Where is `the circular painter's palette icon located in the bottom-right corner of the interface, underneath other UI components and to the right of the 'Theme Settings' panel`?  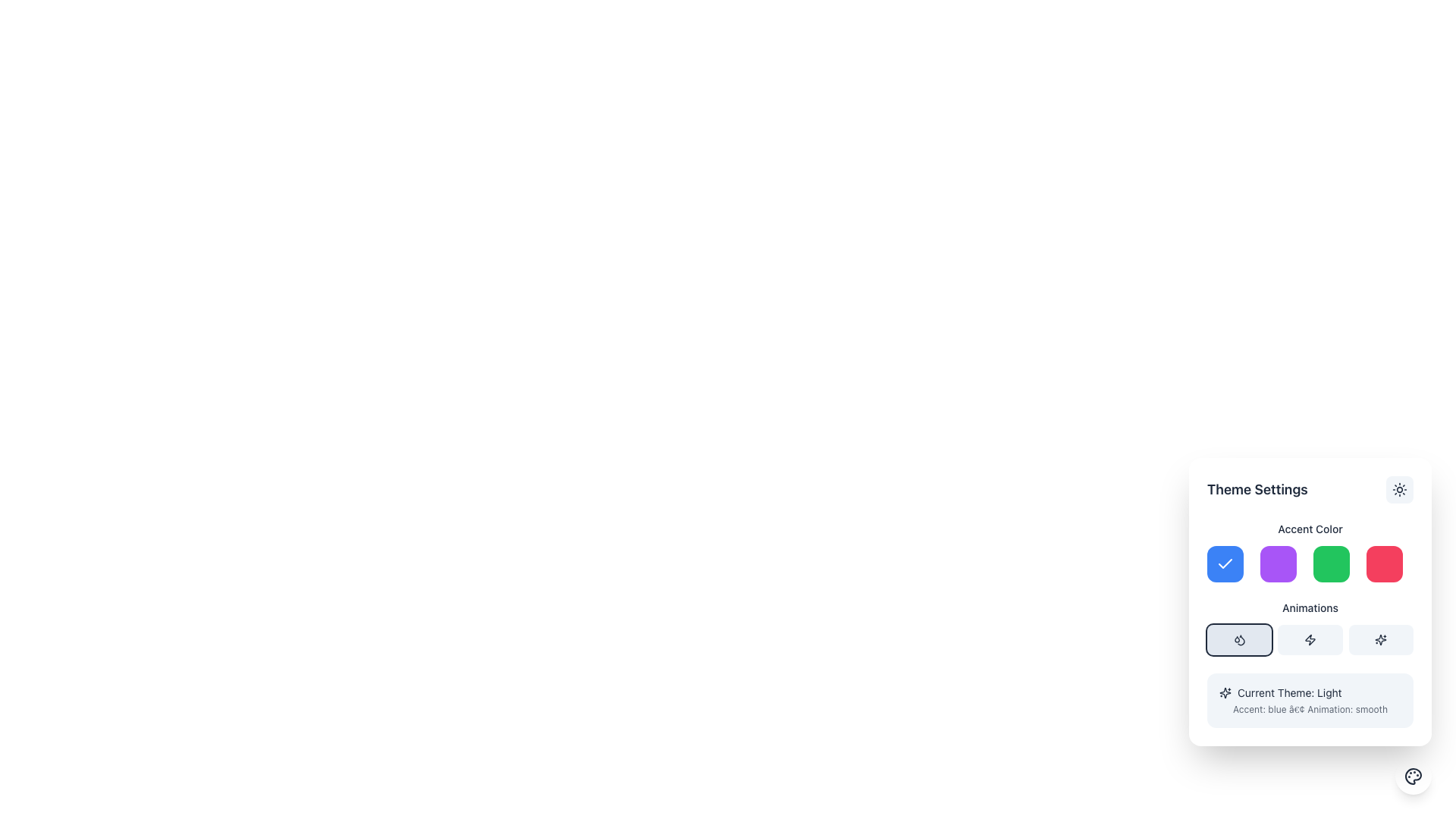 the circular painter's palette icon located in the bottom-right corner of the interface, underneath other UI components and to the right of the 'Theme Settings' panel is located at coordinates (1412, 776).